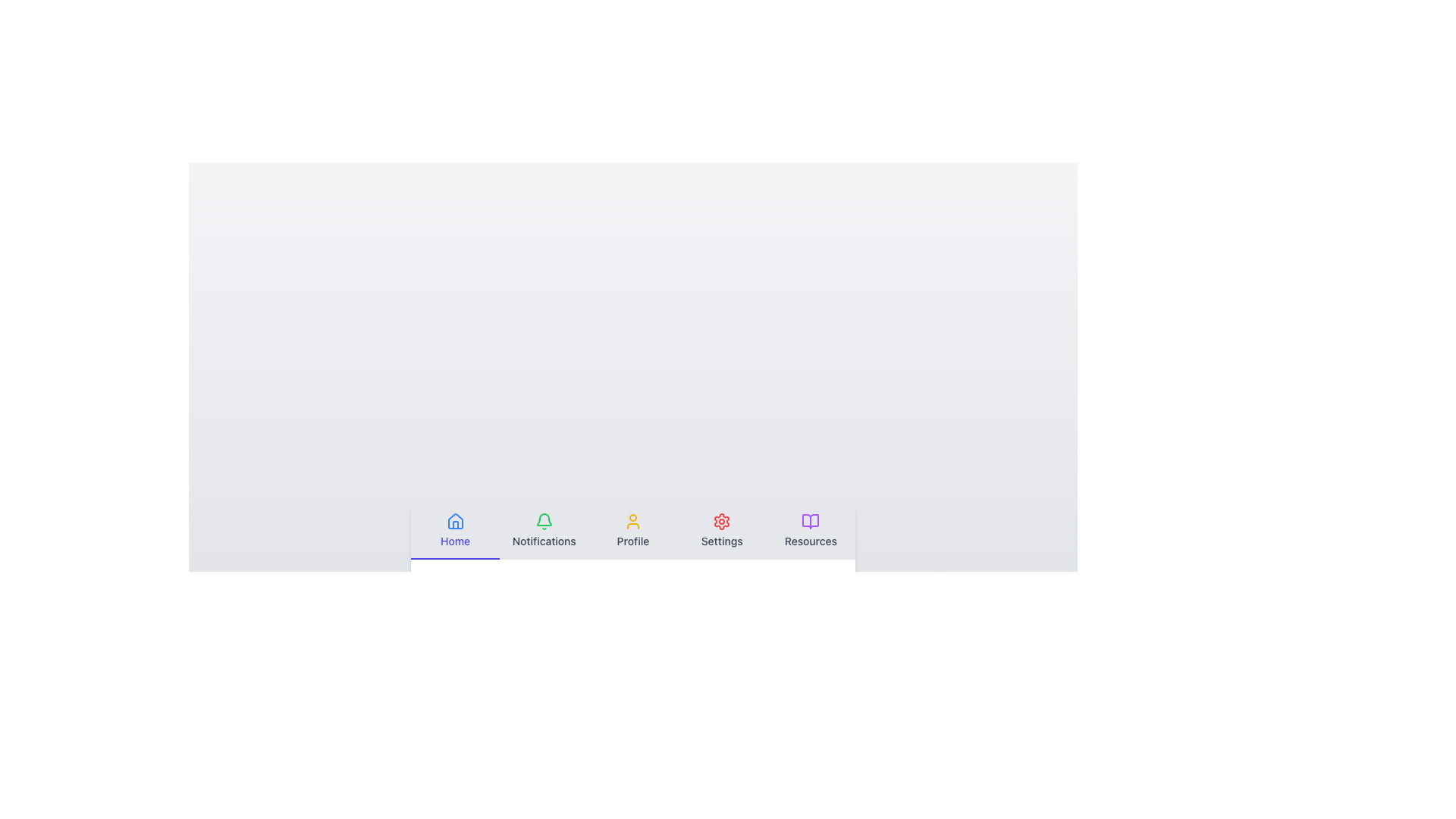 The height and width of the screenshot is (819, 1456). Describe the element at coordinates (633, 529) in the screenshot. I see `the 'Profile' button, which features a yellow user outline icon above a text label` at that location.